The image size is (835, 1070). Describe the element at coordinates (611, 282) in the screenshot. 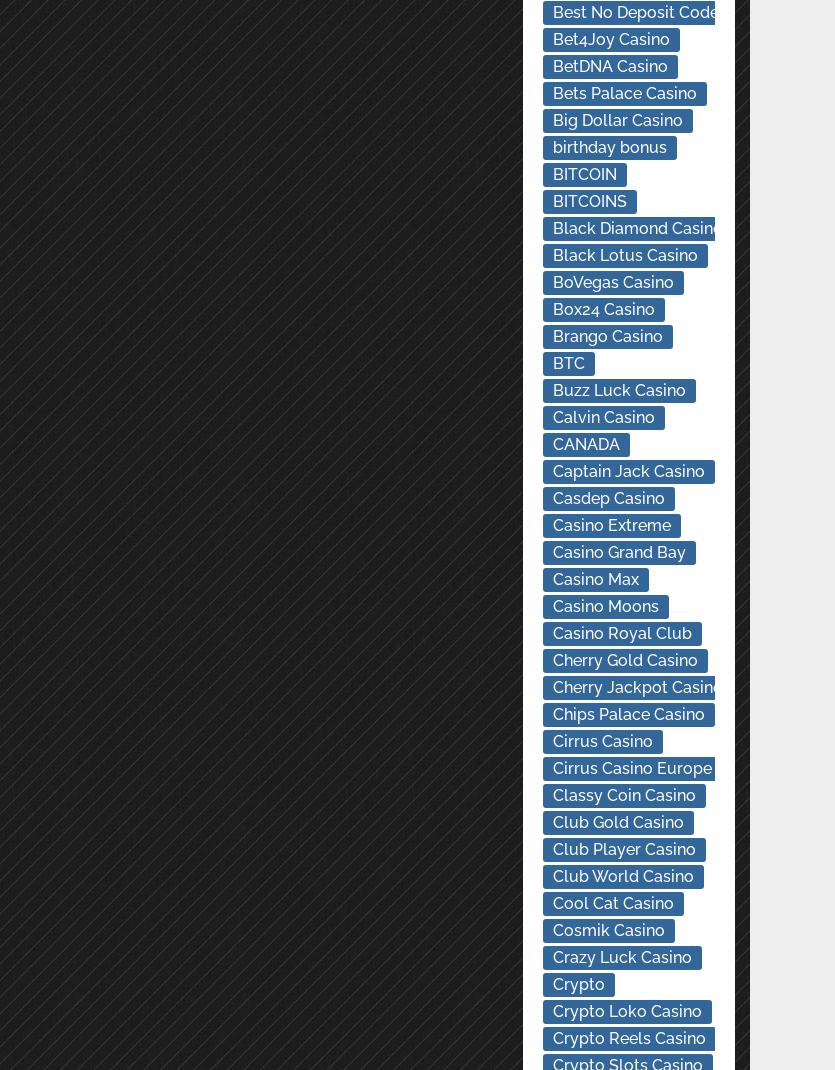

I see `'BoVegas Casino'` at that location.